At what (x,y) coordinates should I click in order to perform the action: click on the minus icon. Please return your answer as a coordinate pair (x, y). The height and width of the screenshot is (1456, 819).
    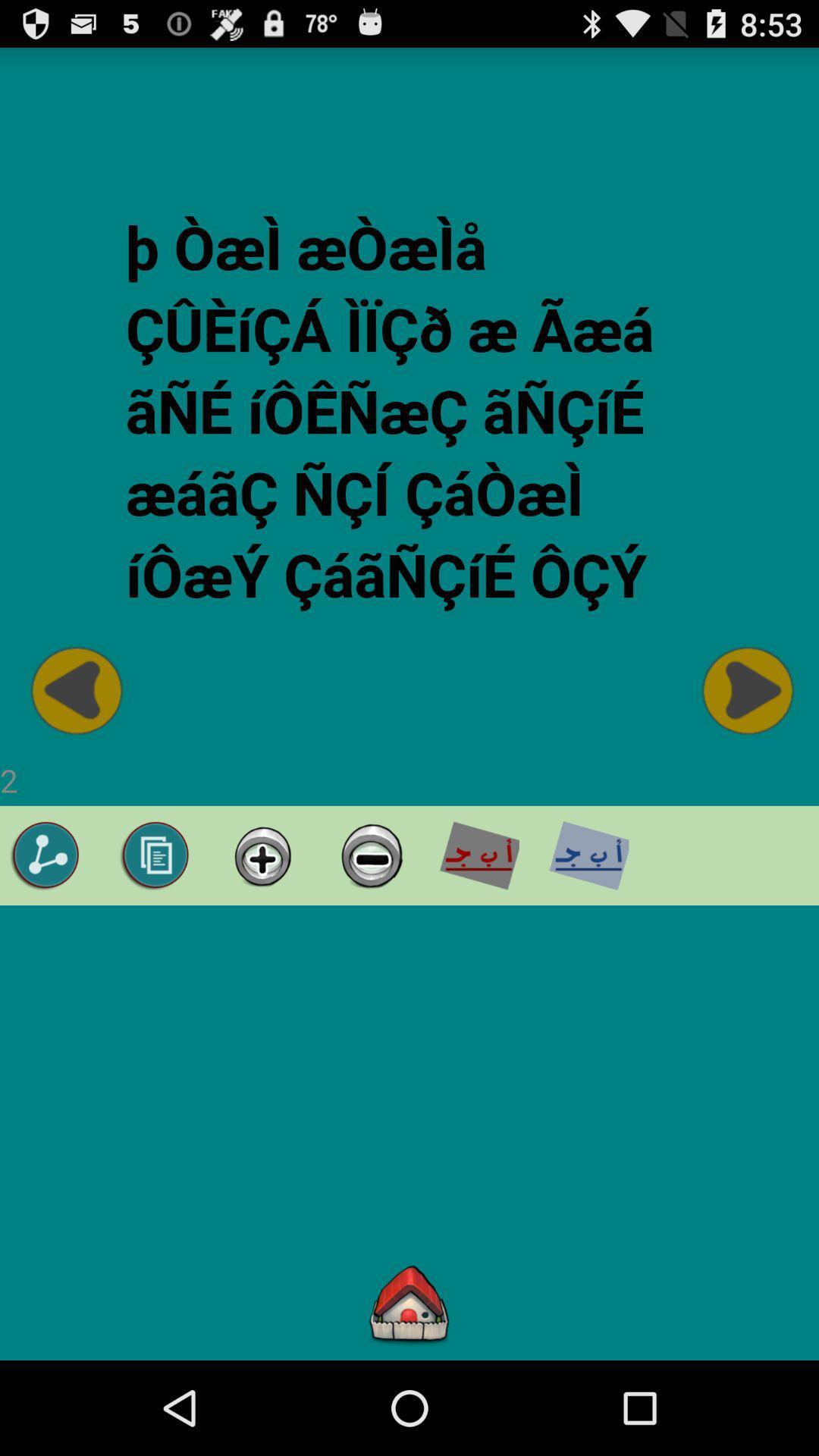
    Looking at the image, I should click on (369, 915).